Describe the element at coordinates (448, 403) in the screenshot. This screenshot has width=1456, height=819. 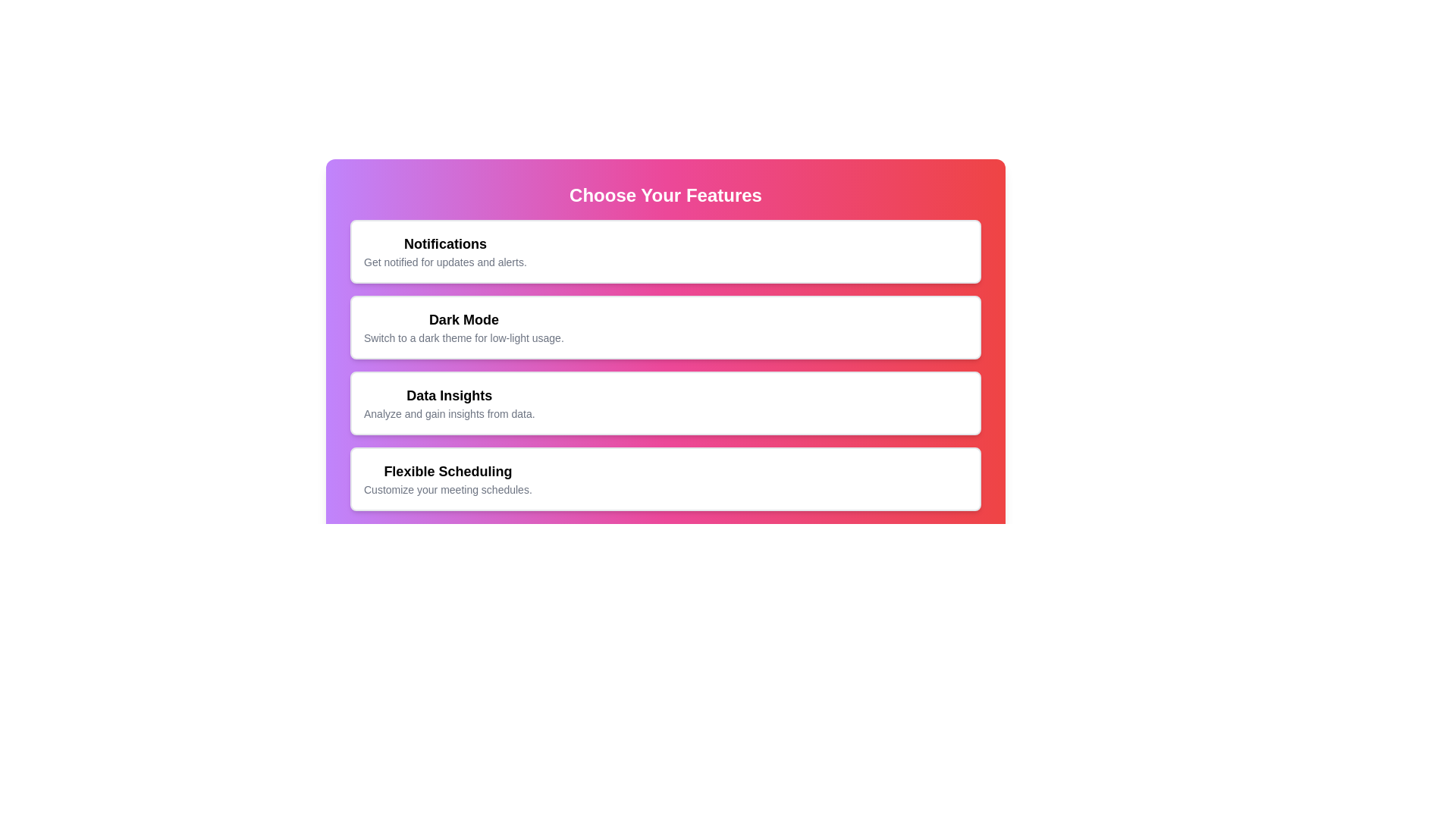
I see `informational text display titled 'Data Insights' located in the third card of the 'Choose Your Features' section, positioned between 'Dark Mode' and 'Flexible Scheduling'` at that location.